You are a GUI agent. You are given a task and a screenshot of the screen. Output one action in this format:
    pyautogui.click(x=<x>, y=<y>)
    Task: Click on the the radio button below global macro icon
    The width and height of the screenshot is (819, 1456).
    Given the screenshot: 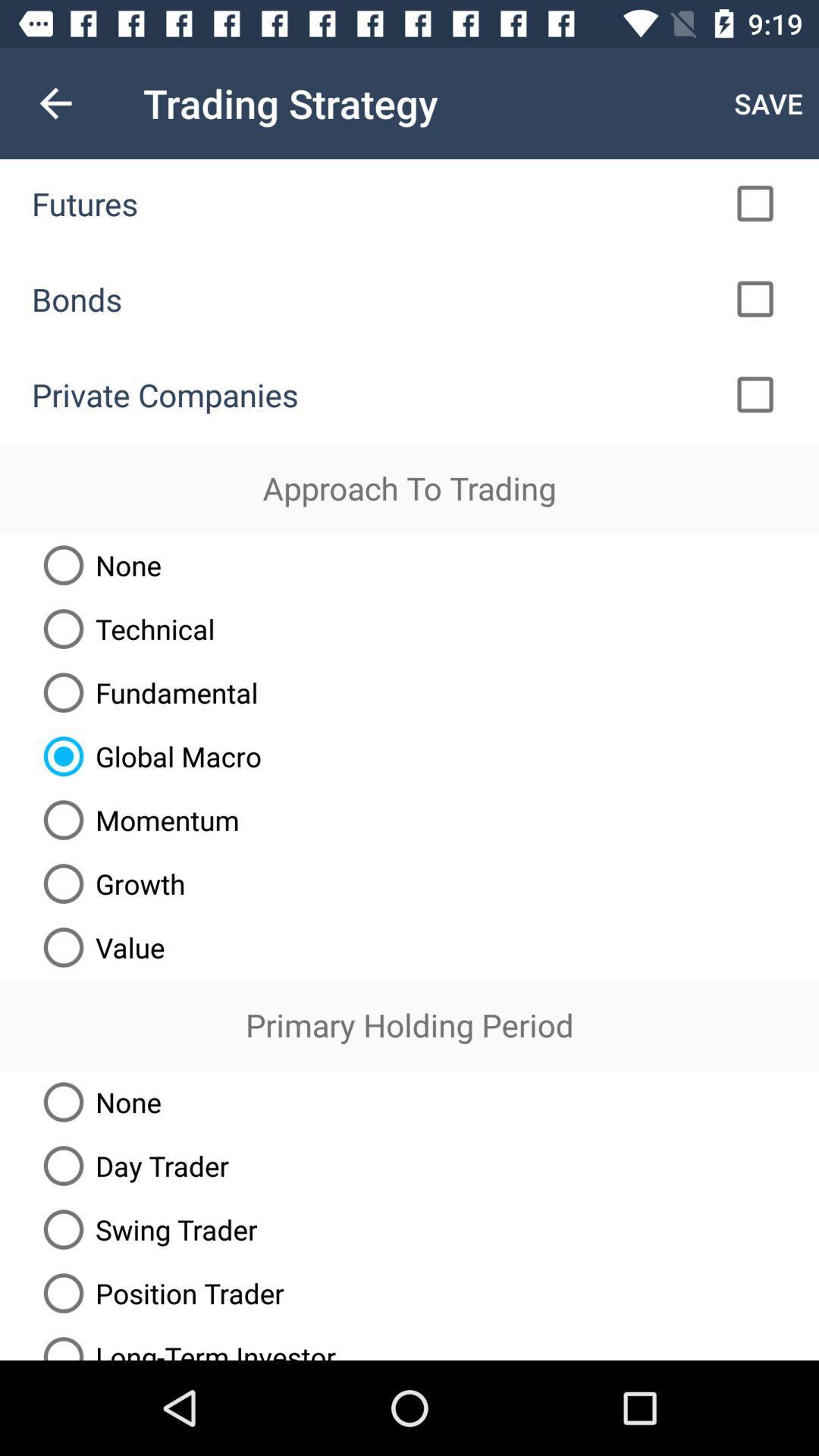 What is the action you would take?
    pyautogui.click(x=134, y=819)
    